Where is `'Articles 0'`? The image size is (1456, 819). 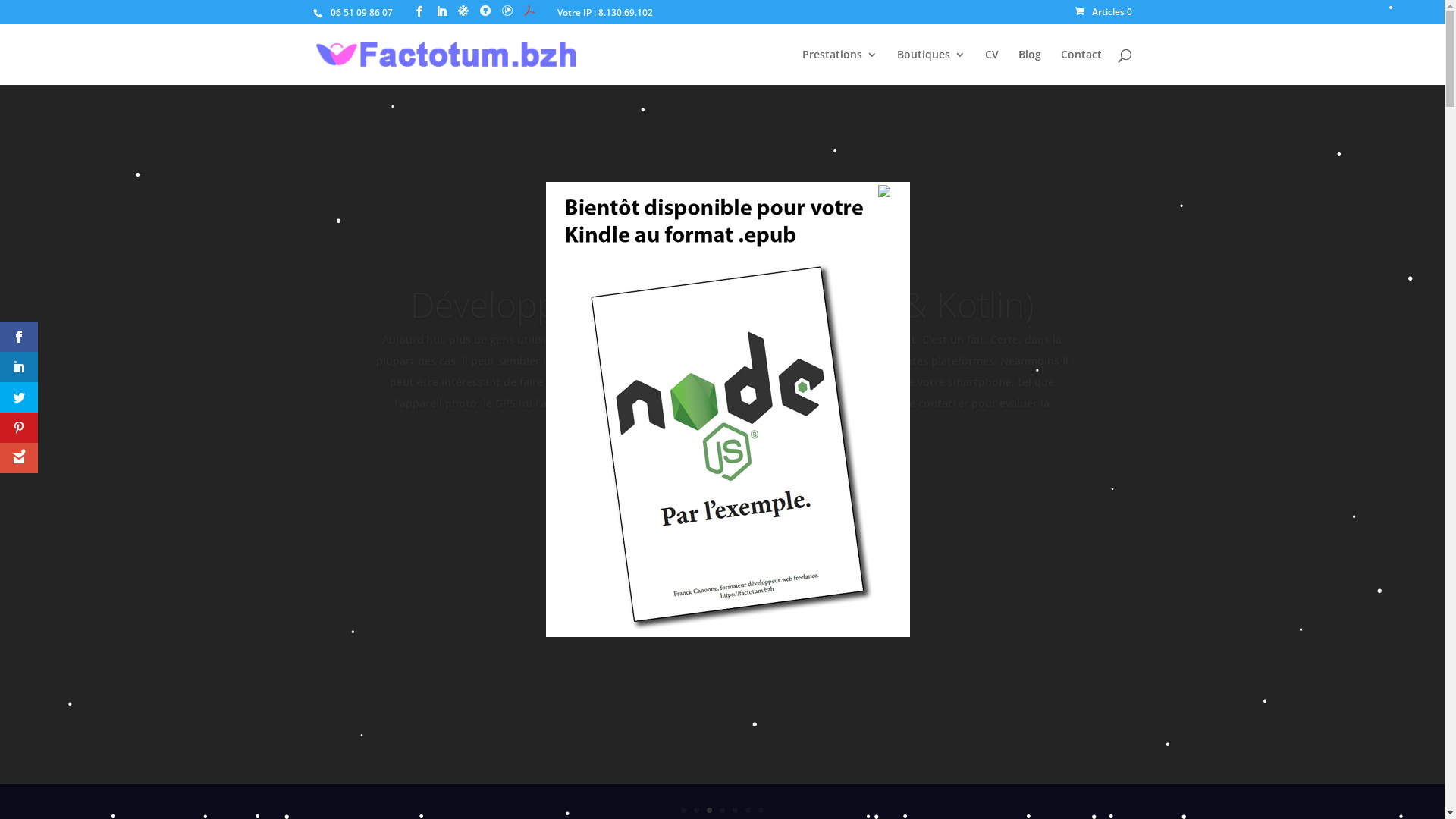 'Articles 0' is located at coordinates (1103, 11).